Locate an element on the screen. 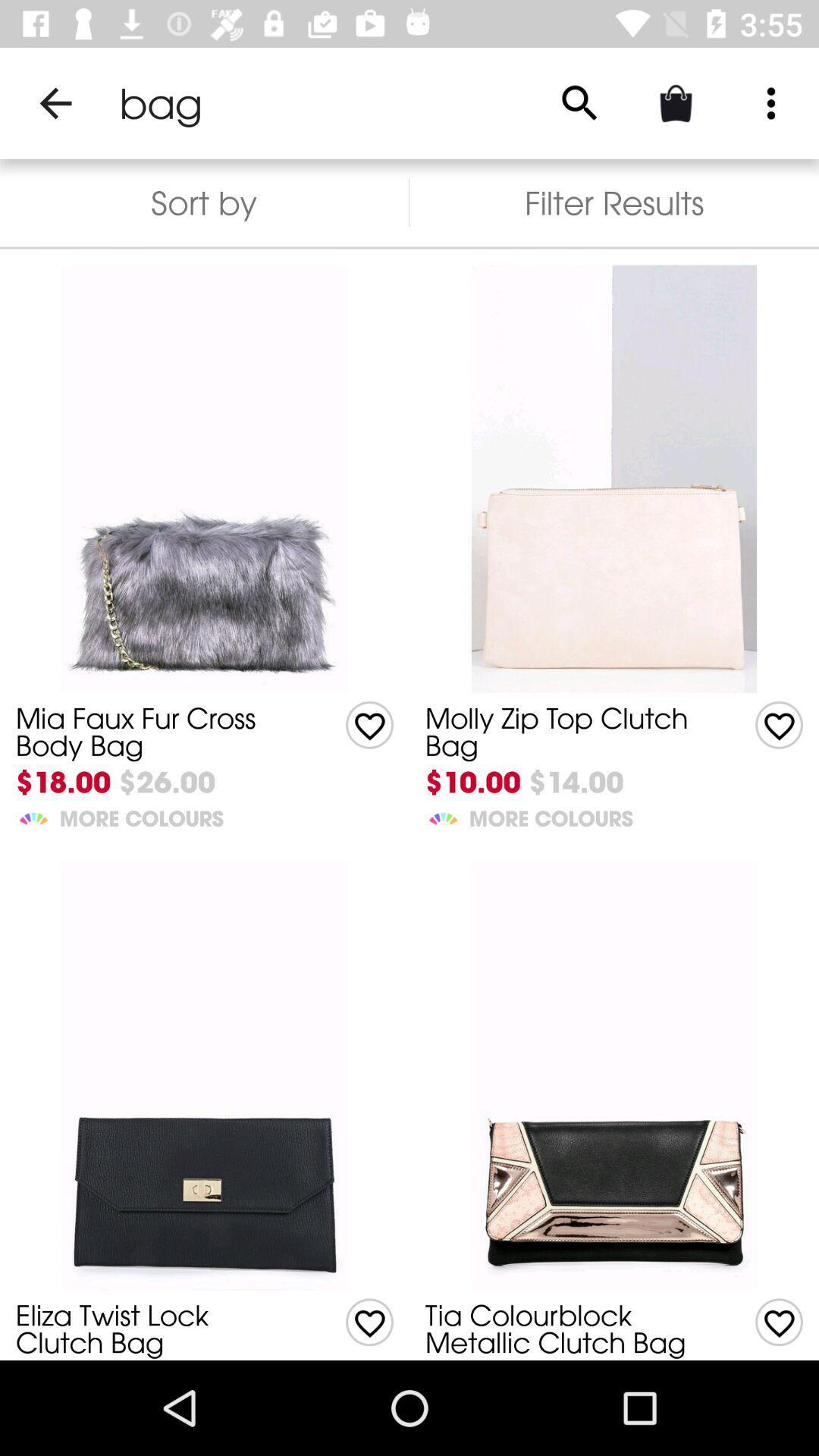 The image size is (819, 1456). mark as favorite is located at coordinates (369, 724).